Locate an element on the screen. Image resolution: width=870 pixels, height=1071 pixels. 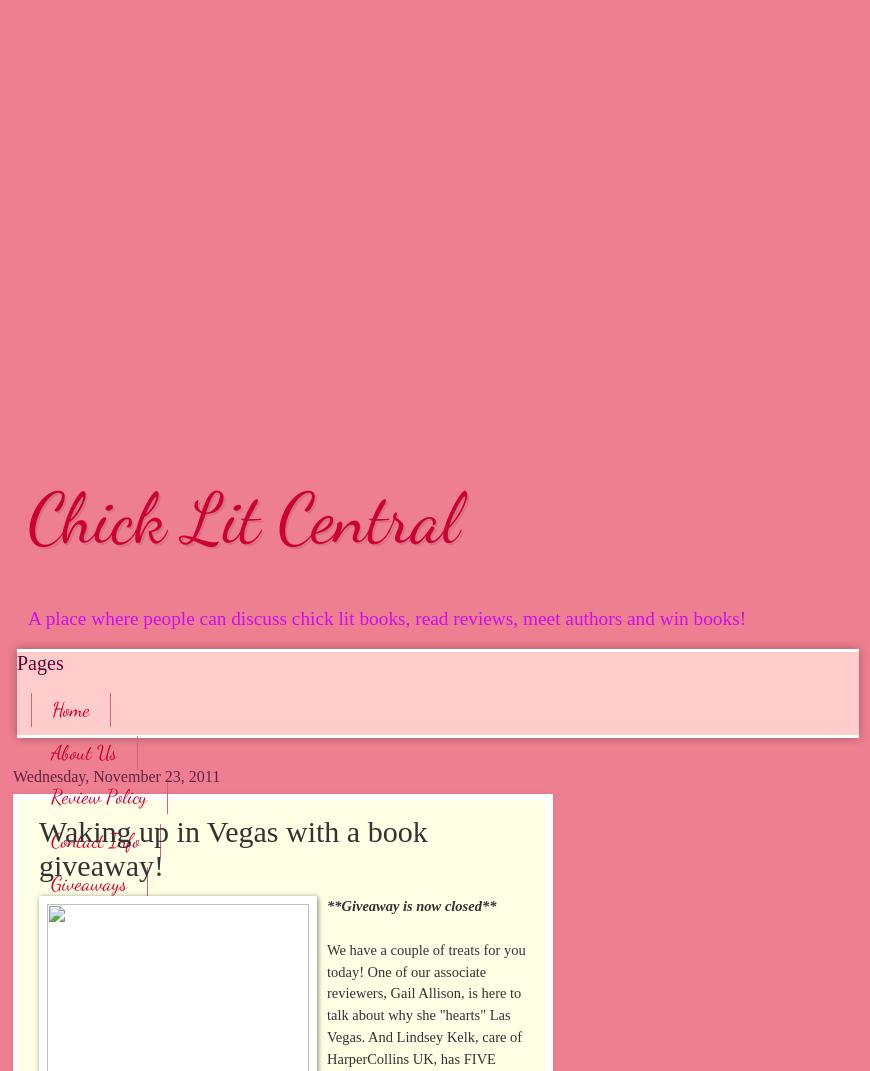
'Home' is located at coordinates (69, 709).